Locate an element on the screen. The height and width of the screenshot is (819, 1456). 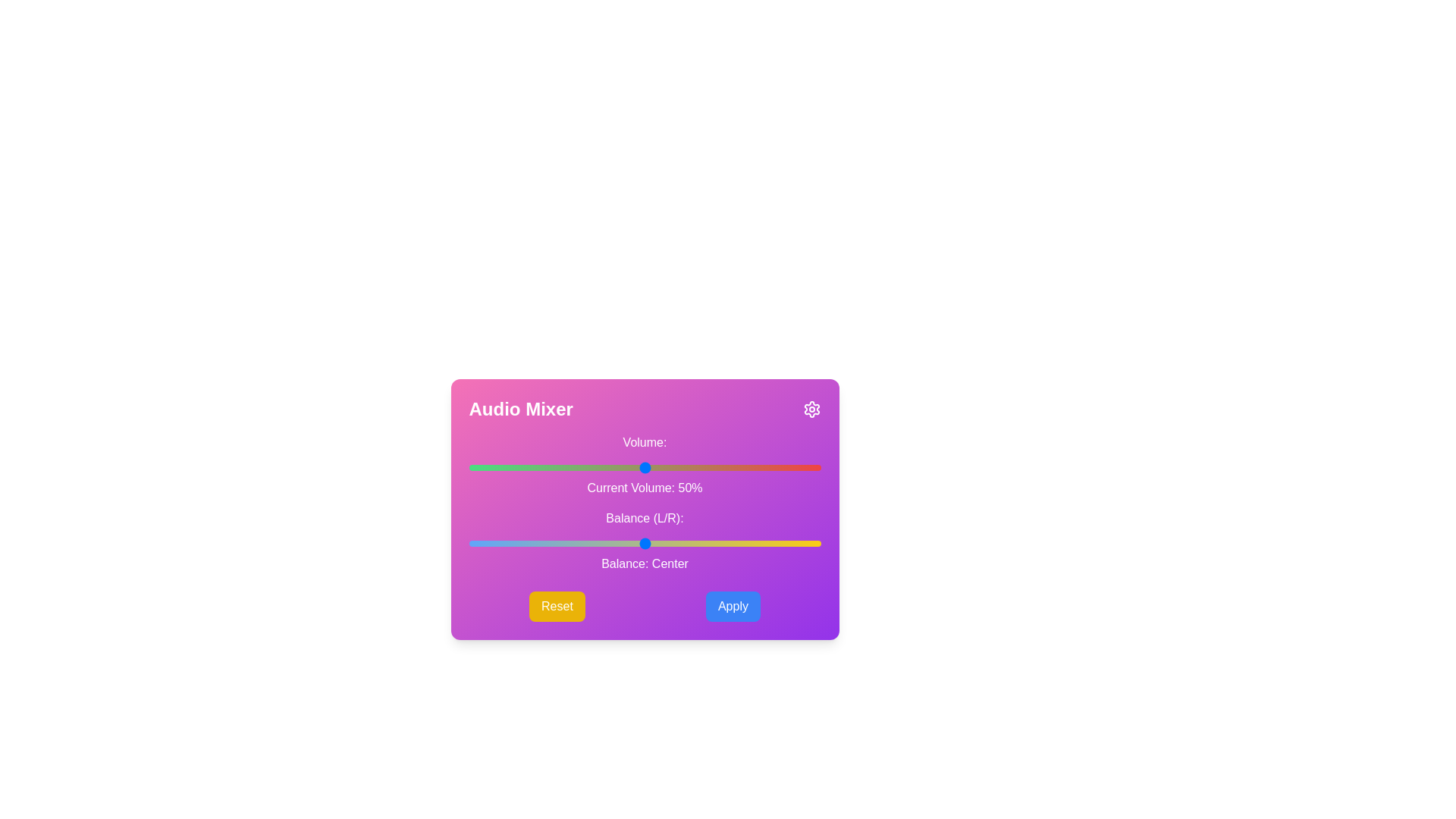
the volume slider to set the volume to 66% is located at coordinates (700, 467).